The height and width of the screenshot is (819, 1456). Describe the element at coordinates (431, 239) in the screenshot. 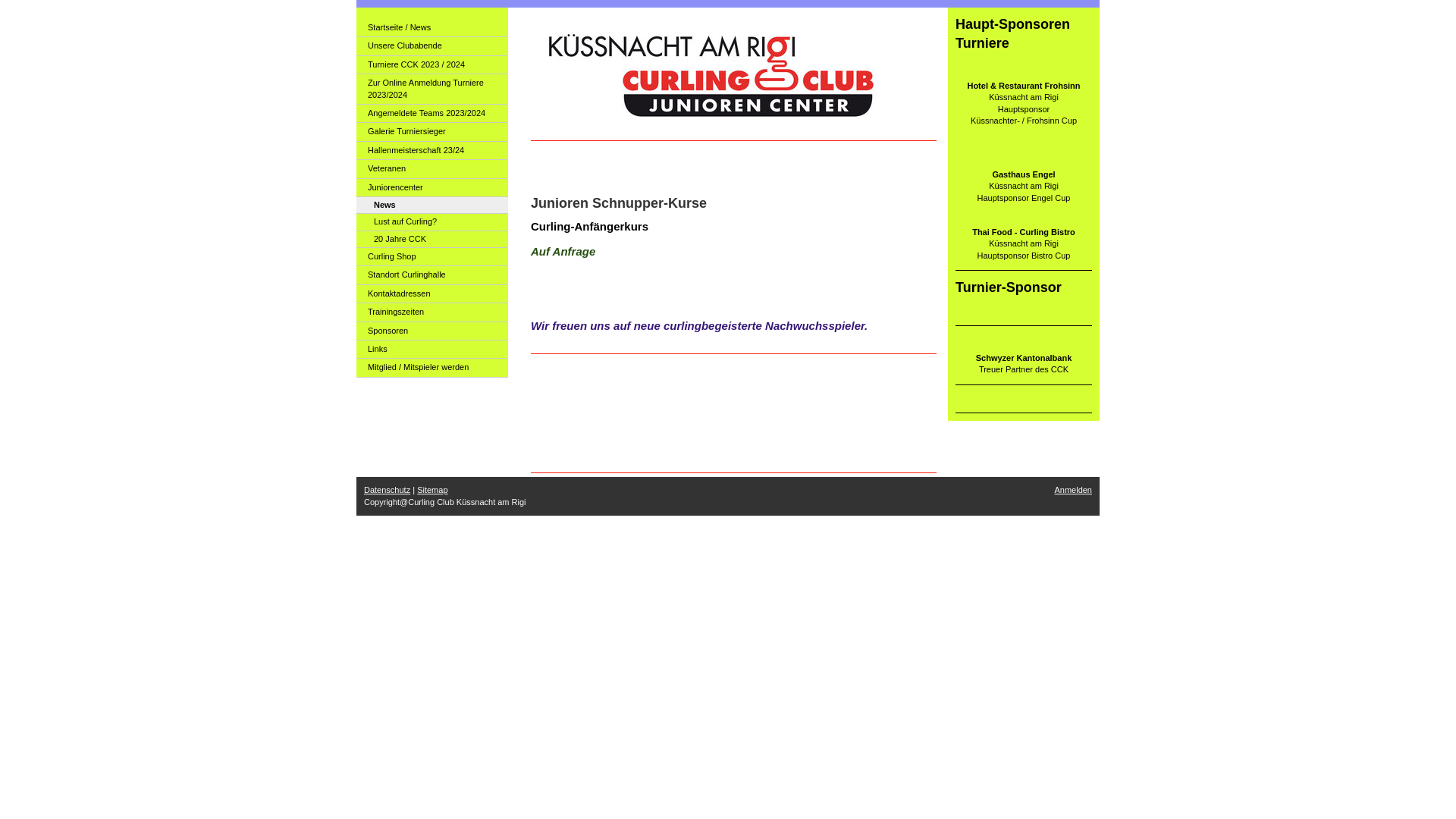

I see `'20 Jahre CCK'` at that location.